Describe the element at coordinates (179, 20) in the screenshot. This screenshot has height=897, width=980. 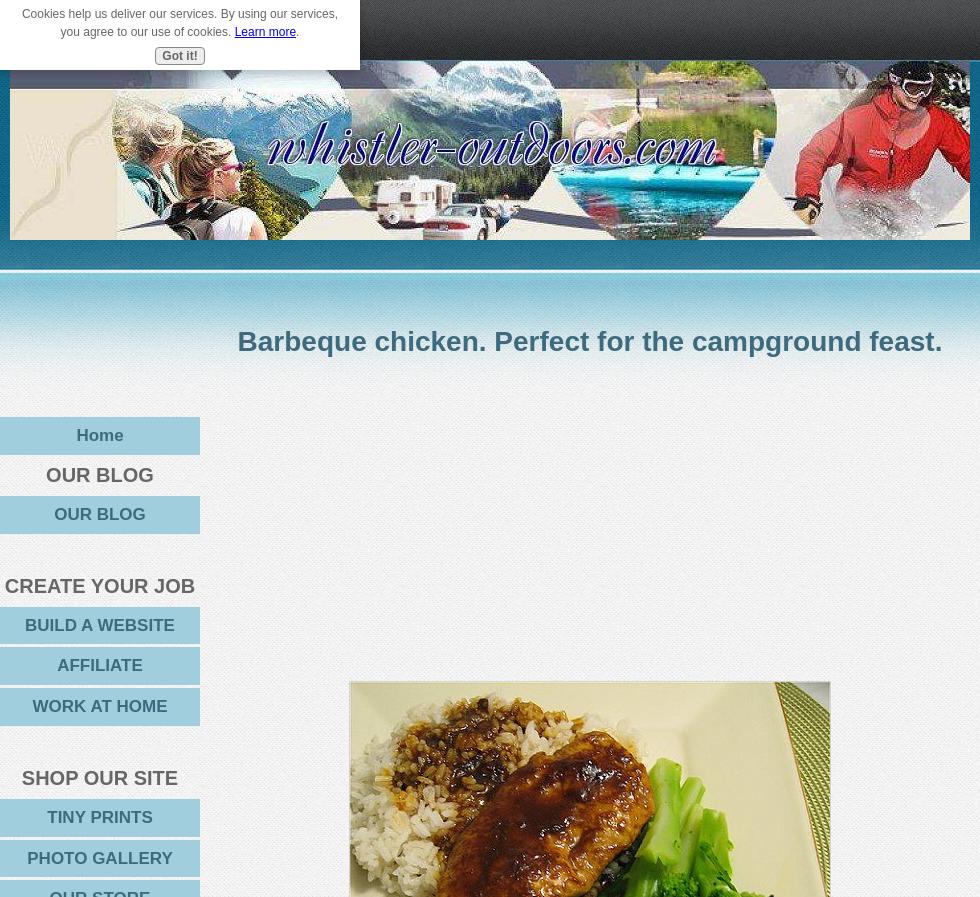
I see `'Cookies help us deliver our services. By using our services, you agree to our use of cookies.'` at that location.